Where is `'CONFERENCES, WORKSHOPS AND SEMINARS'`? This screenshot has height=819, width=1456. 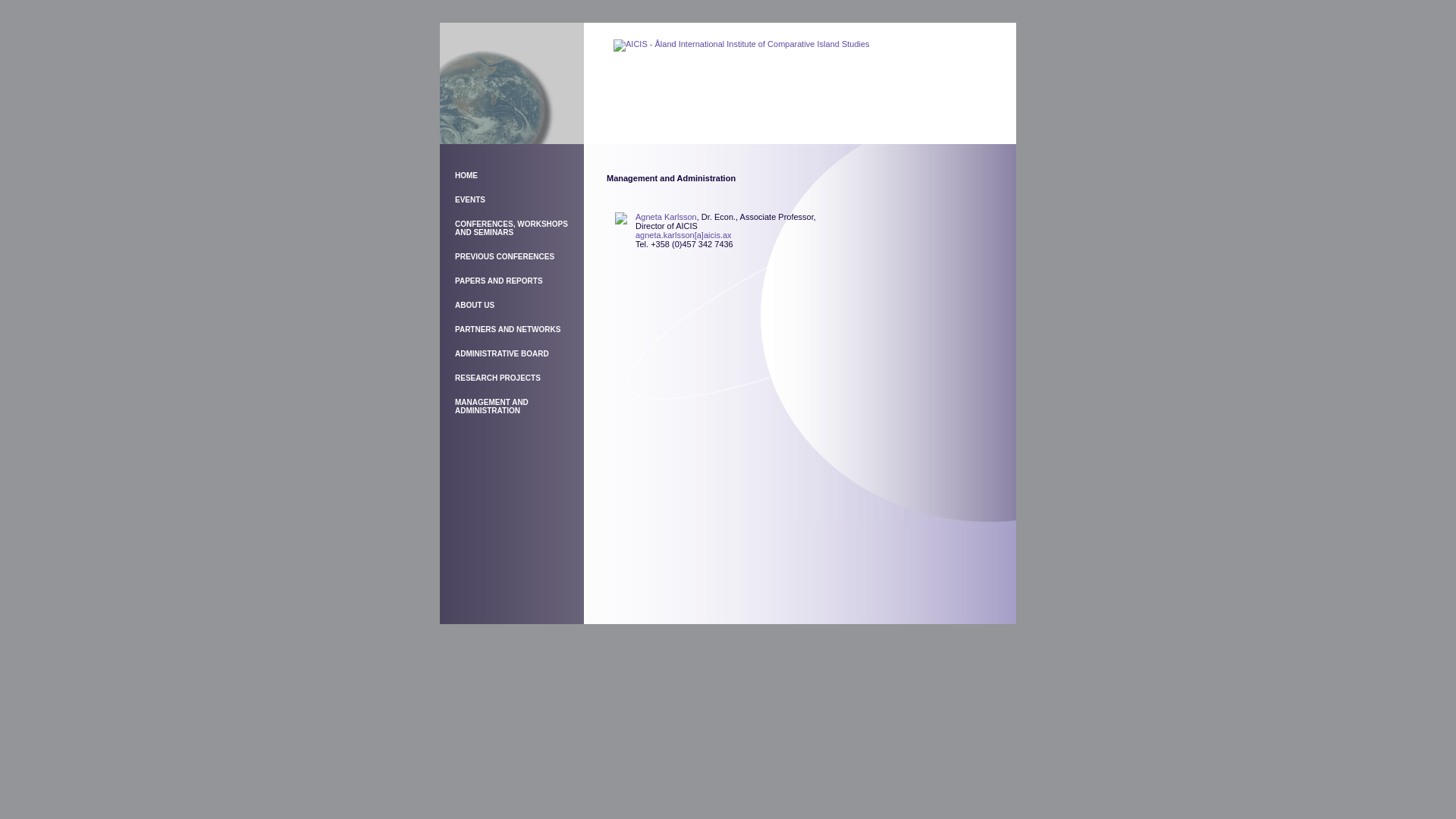
'CONFERENCES, WORKSHOPS AND SEMINARS' is located at coordinates (511, 227).